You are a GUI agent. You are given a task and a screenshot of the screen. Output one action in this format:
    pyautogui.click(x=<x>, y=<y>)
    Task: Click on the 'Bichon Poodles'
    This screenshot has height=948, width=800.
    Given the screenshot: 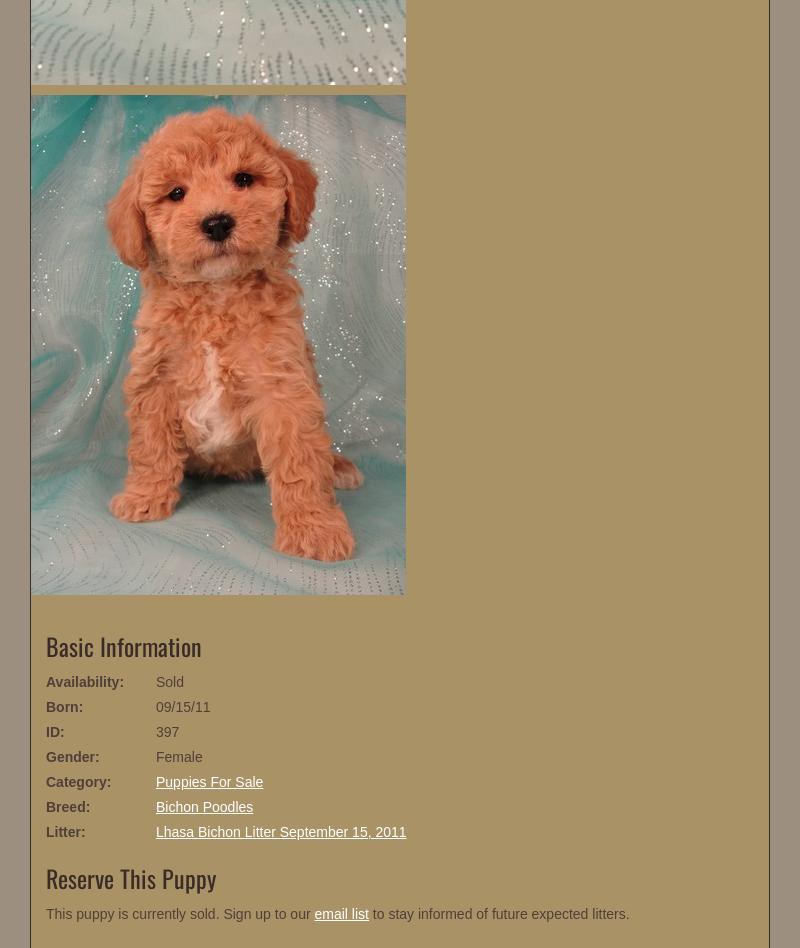 What is the action you would take?
    pyautogui.click(x=204, y=807)
    